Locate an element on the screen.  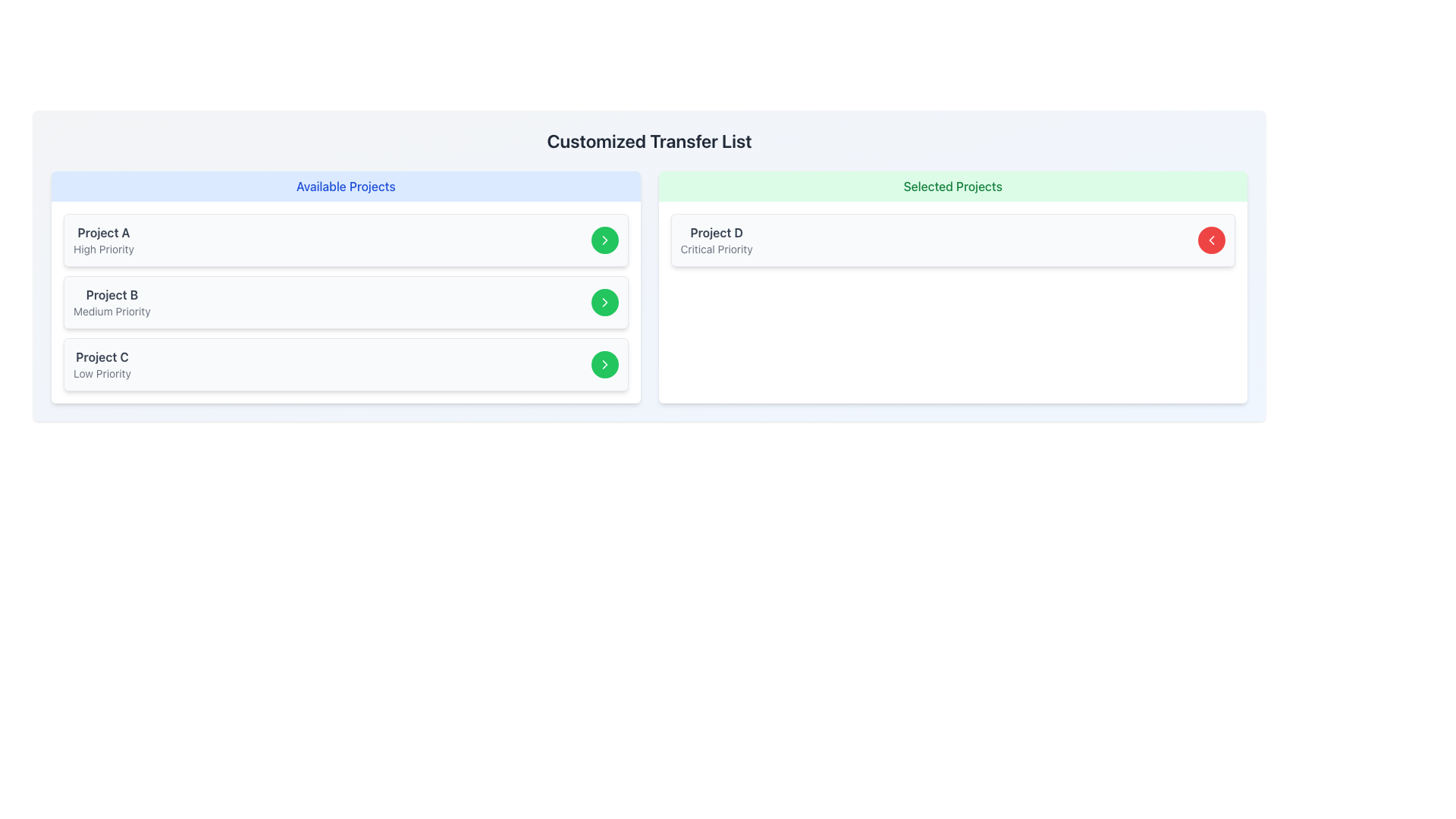
the transfer button for 'Project C' located on the far-right side of the 'Available Projects' section is located at coordinates (604, 365).